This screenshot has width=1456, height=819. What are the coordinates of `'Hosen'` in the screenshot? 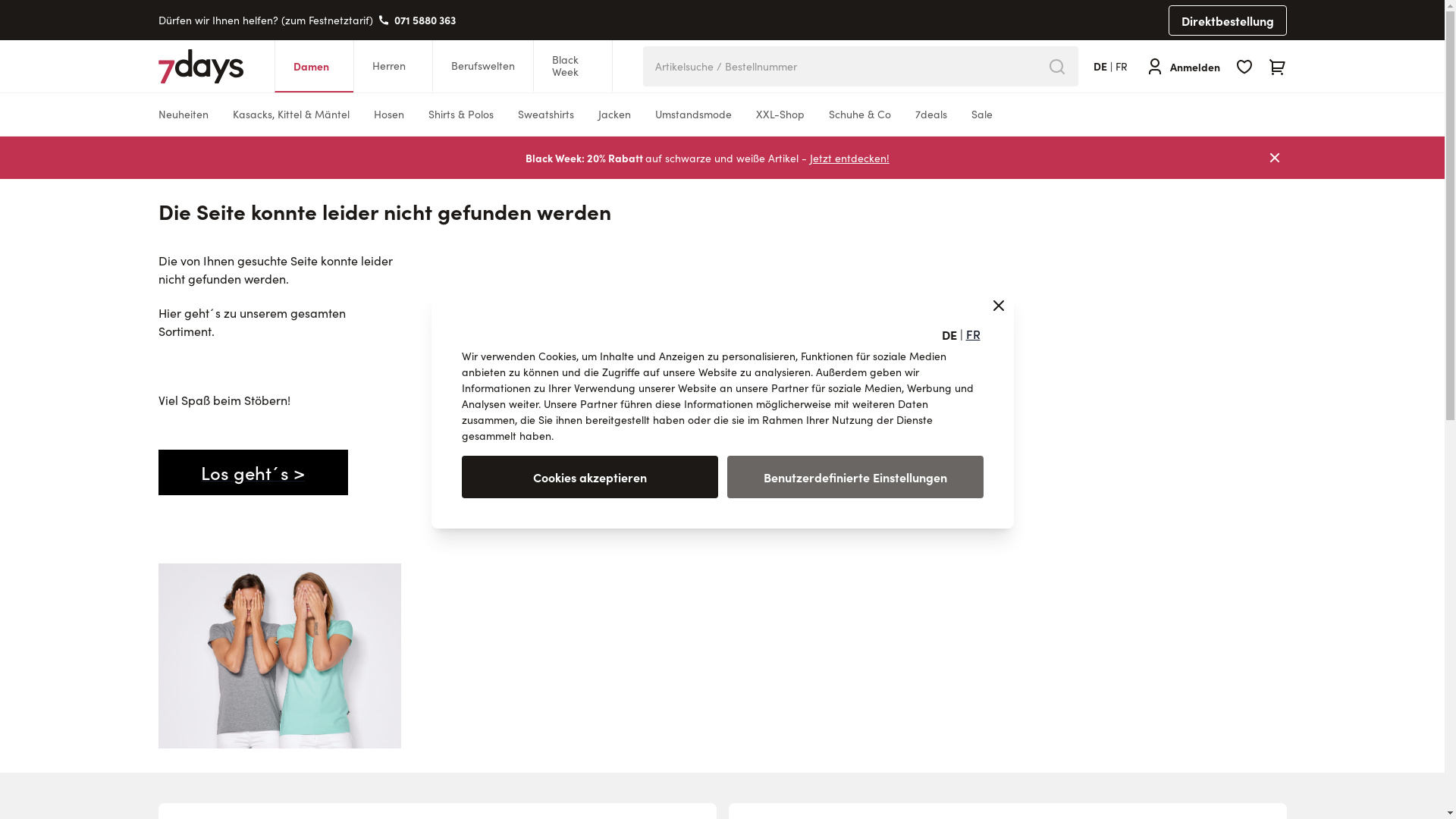 It's located at (388, 113).